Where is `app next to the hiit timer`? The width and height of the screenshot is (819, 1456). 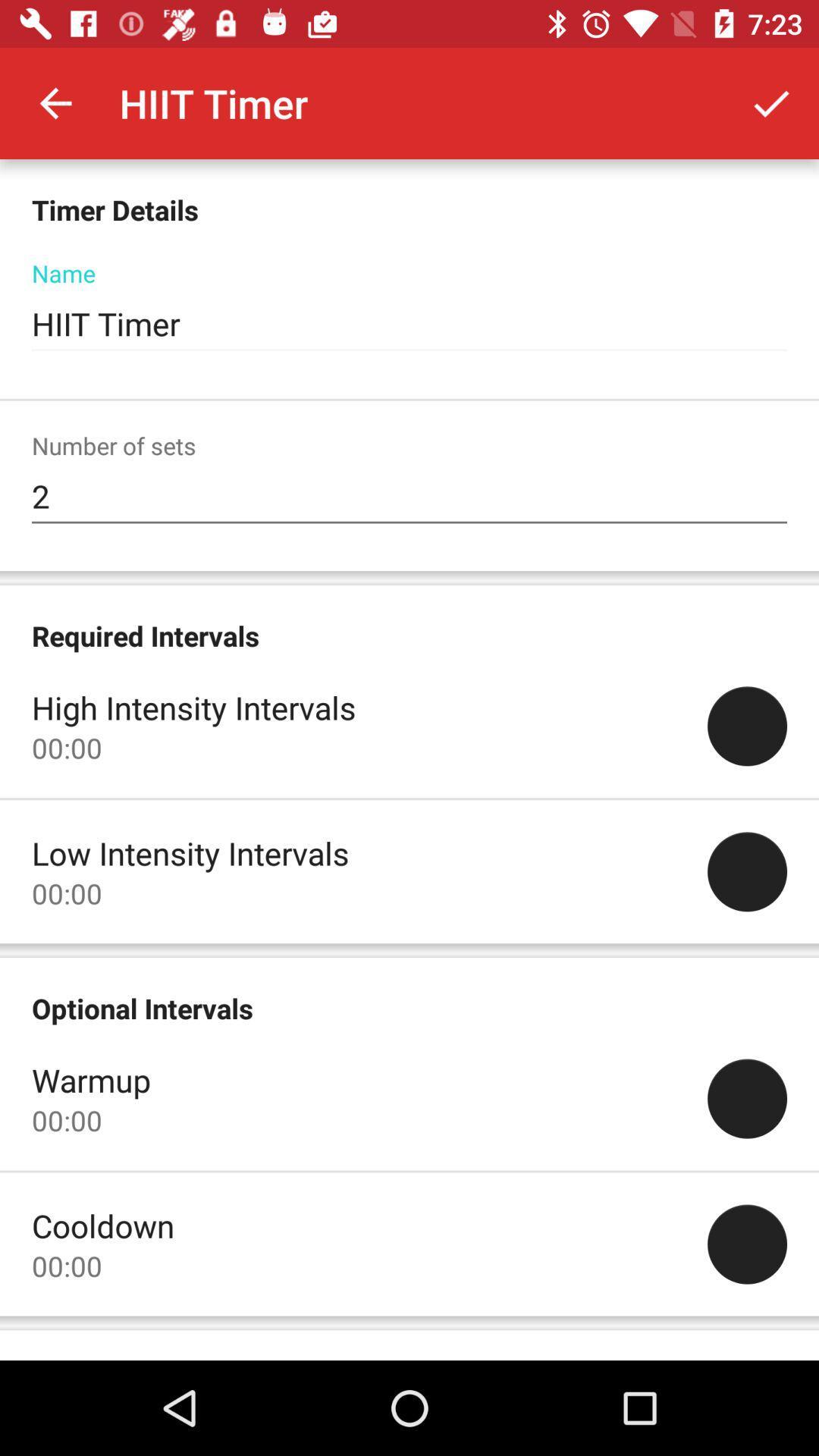 app next to the hiit timer is located at coordinates (771, 102).